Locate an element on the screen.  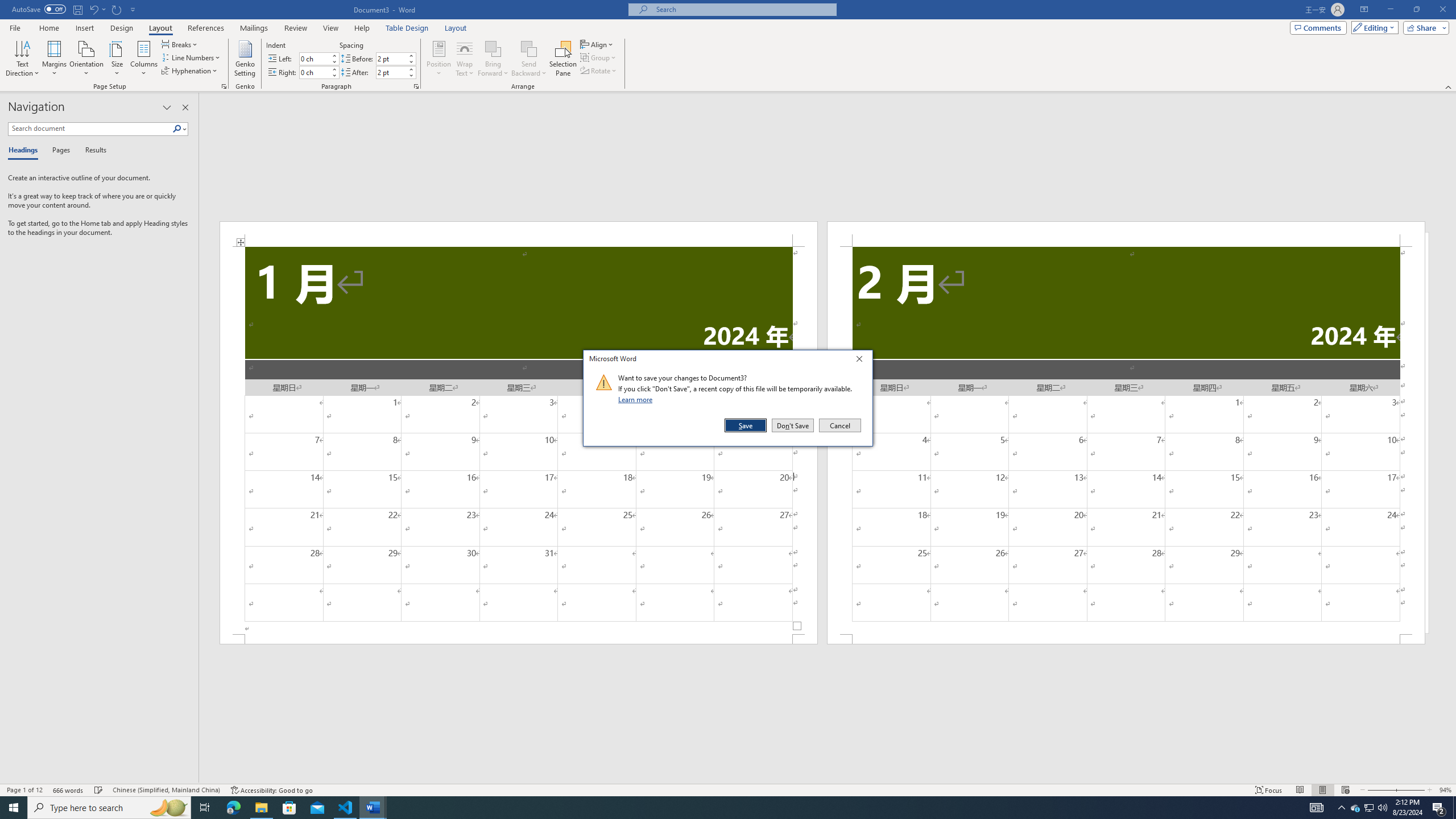
'Footer -Section 2-' is located at coordinates (1126, 638).